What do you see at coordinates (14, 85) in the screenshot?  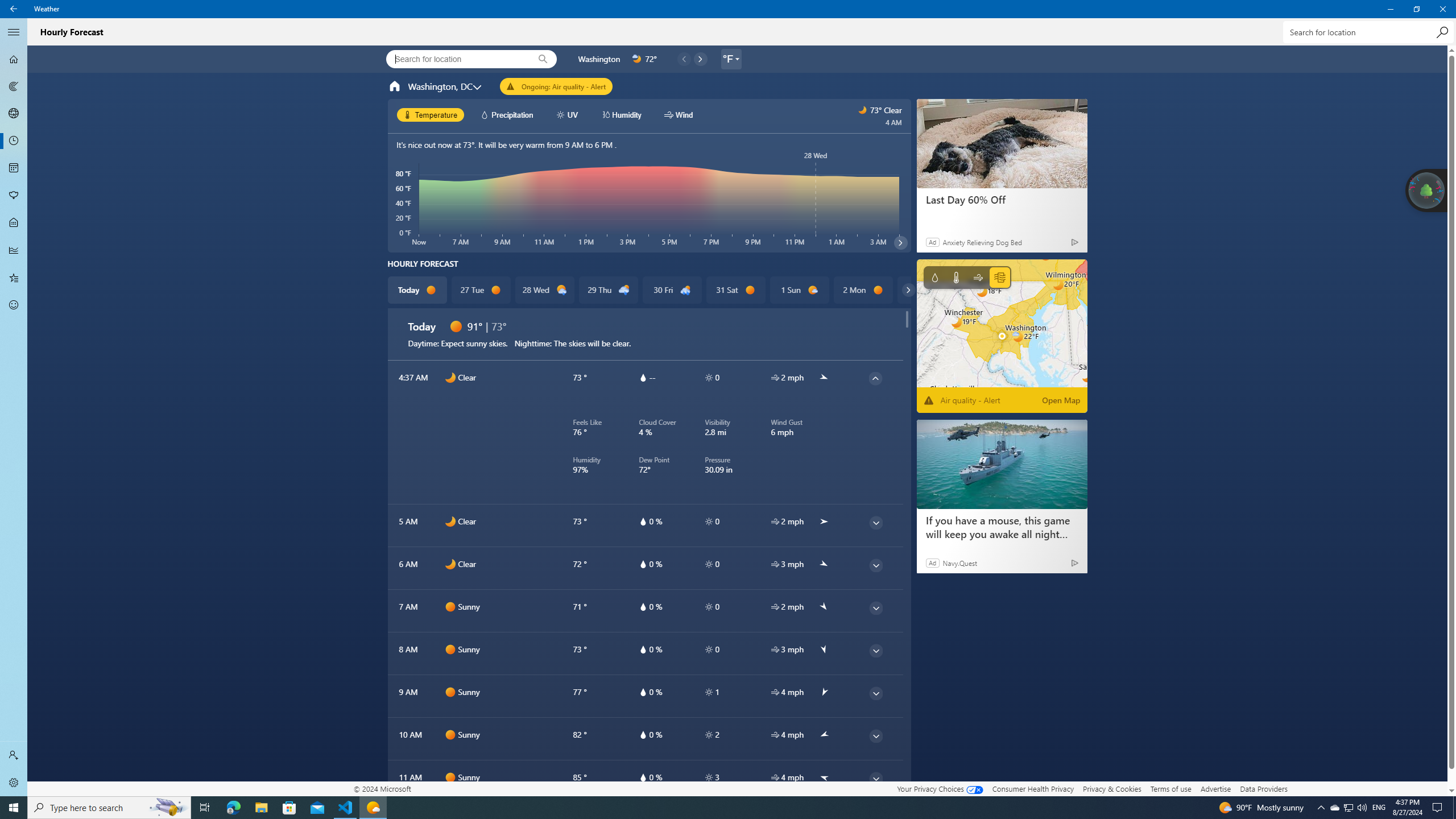 I see `'Maps - Not Selected'` at bounding box center [14, 85].